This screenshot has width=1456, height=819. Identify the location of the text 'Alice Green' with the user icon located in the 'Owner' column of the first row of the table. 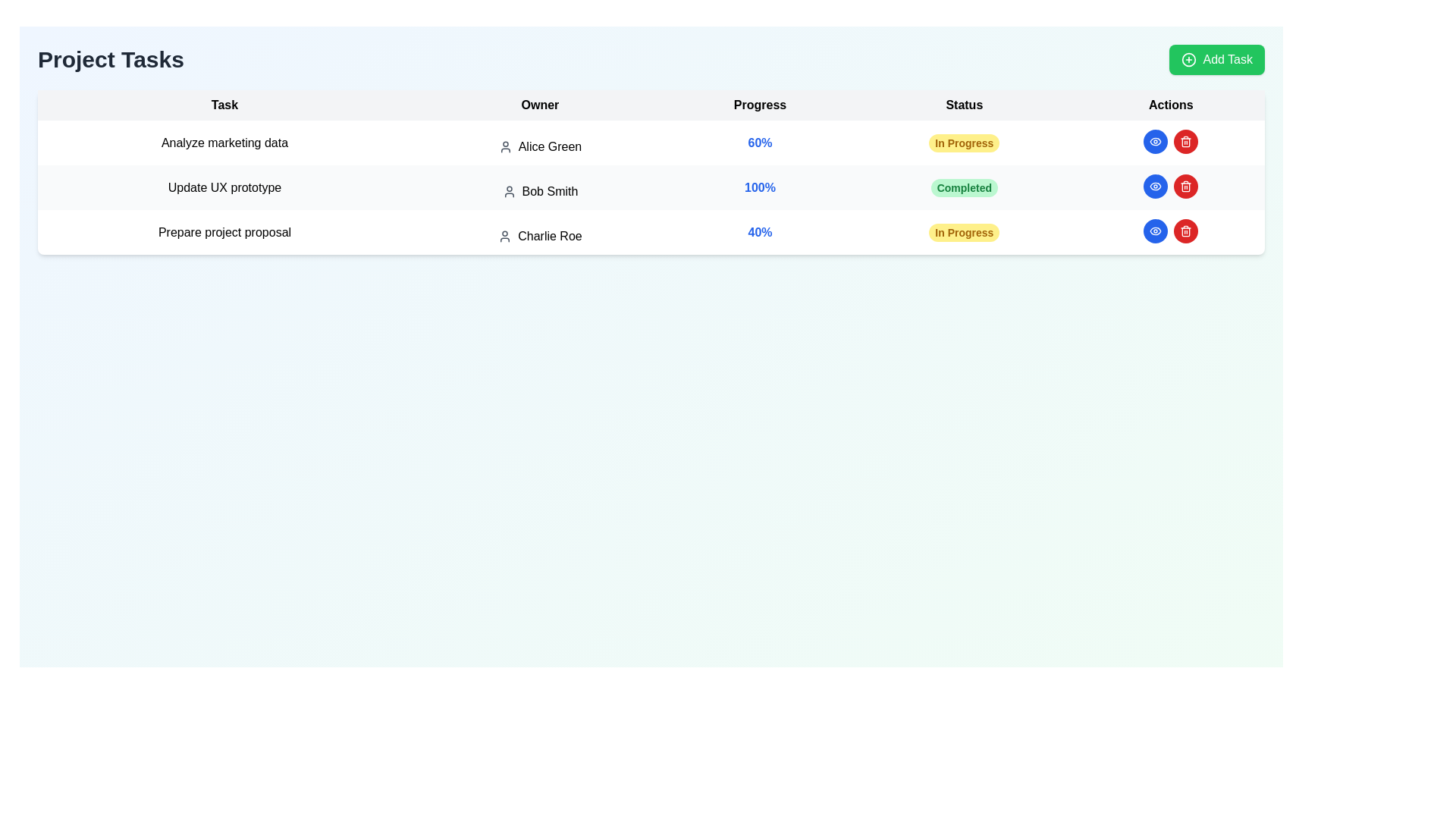
(540, 146).